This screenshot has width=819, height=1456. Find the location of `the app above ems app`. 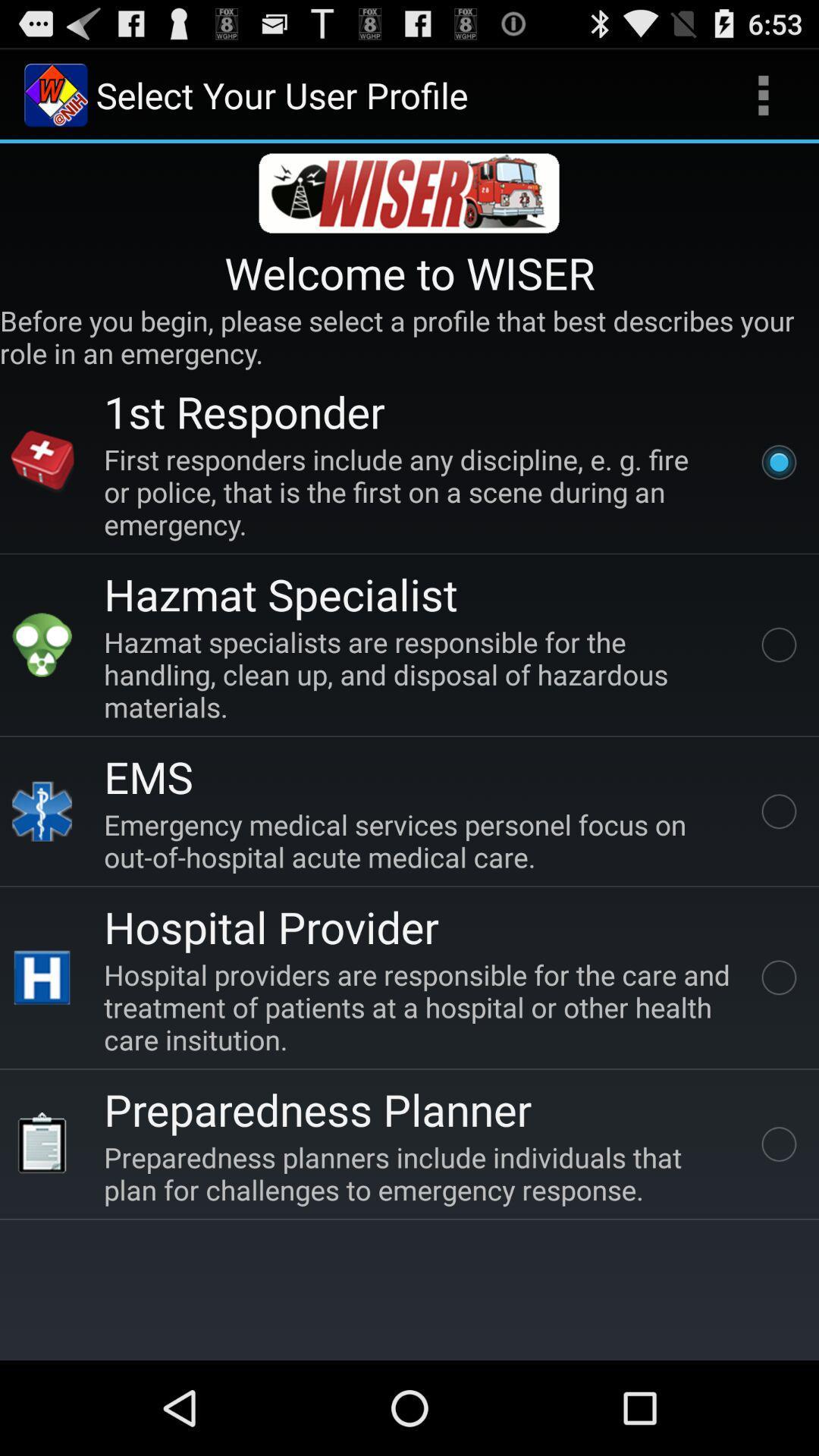

the app above ems app is located at coordinates (420, 673).